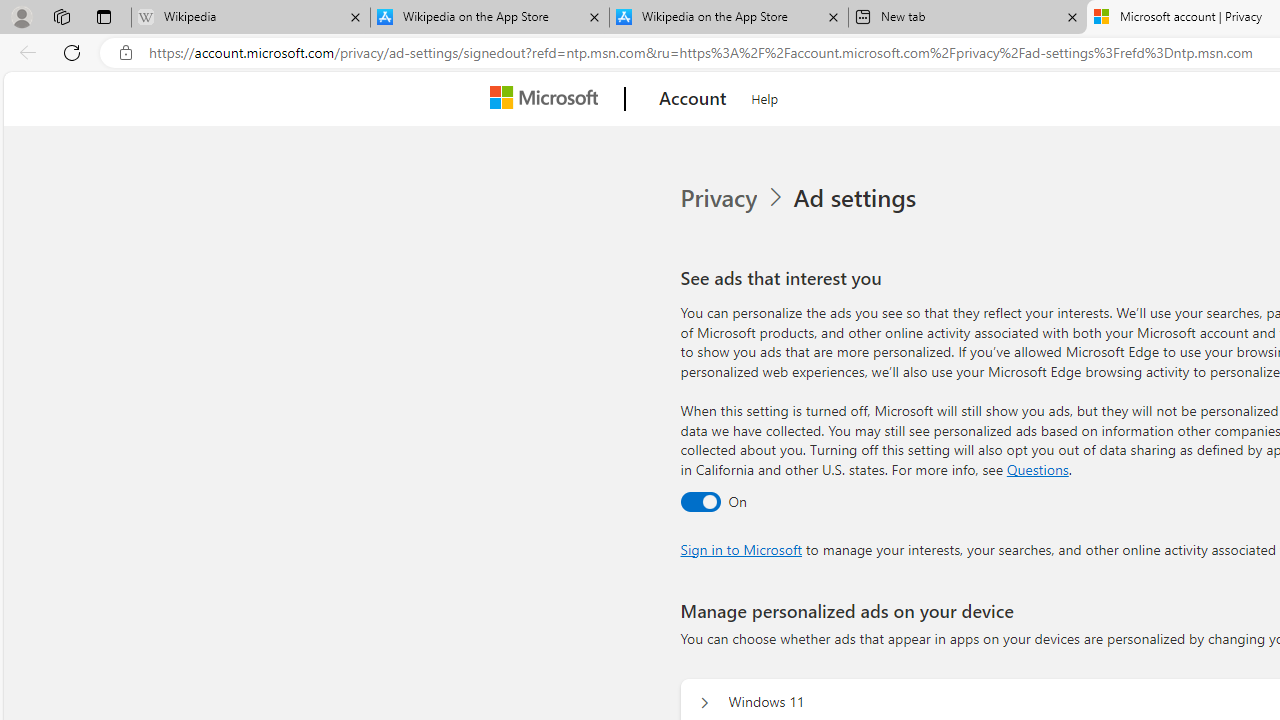  What do you see at coordinates (1037, 469) in the screenshot?
I see `'Go to Questions section'` at bounding box center [1037, 469].